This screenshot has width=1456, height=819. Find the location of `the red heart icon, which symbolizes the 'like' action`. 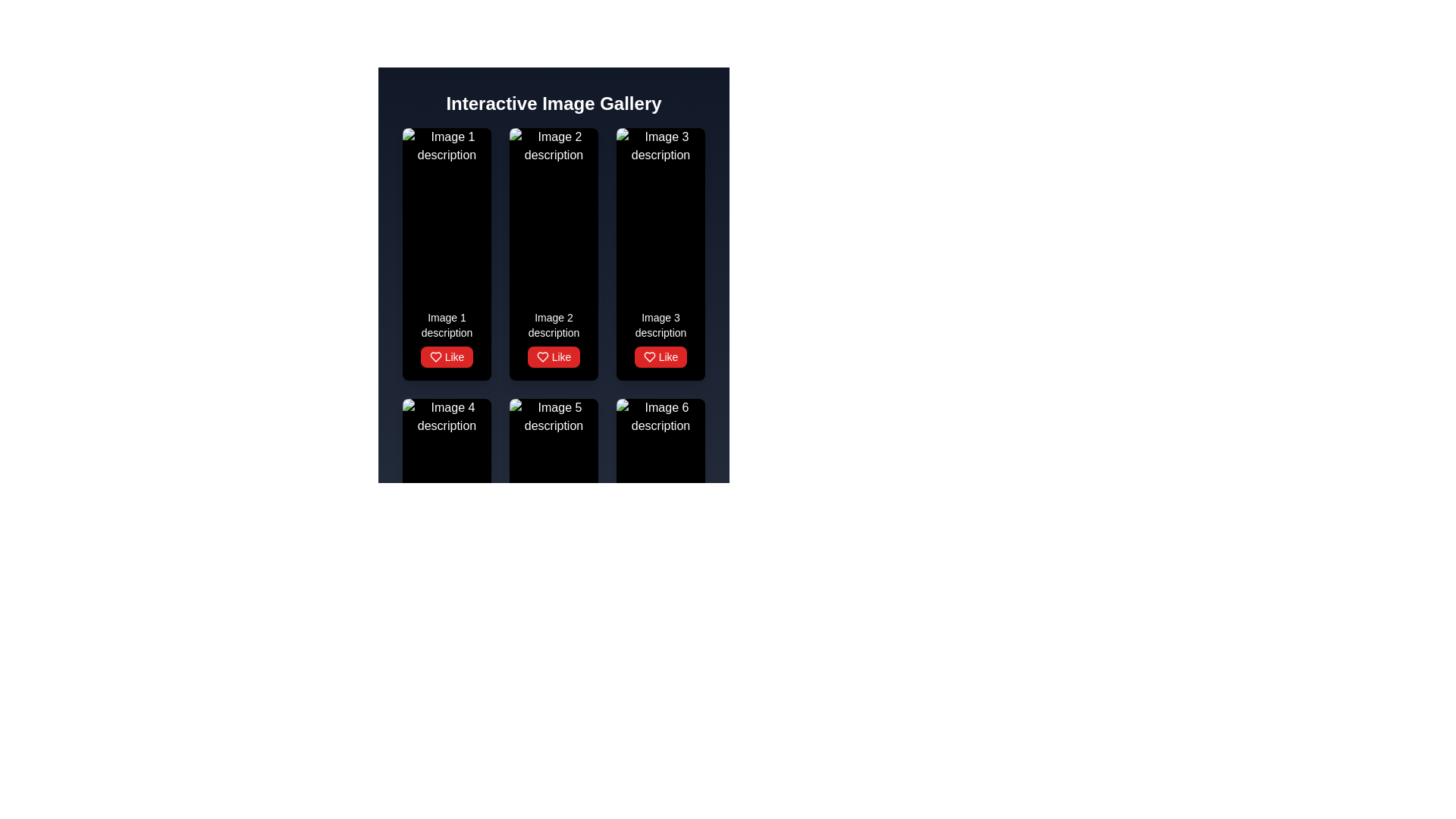

the red heart icon, which symbolizes the 'like' action is located at coordinates (649, 628).